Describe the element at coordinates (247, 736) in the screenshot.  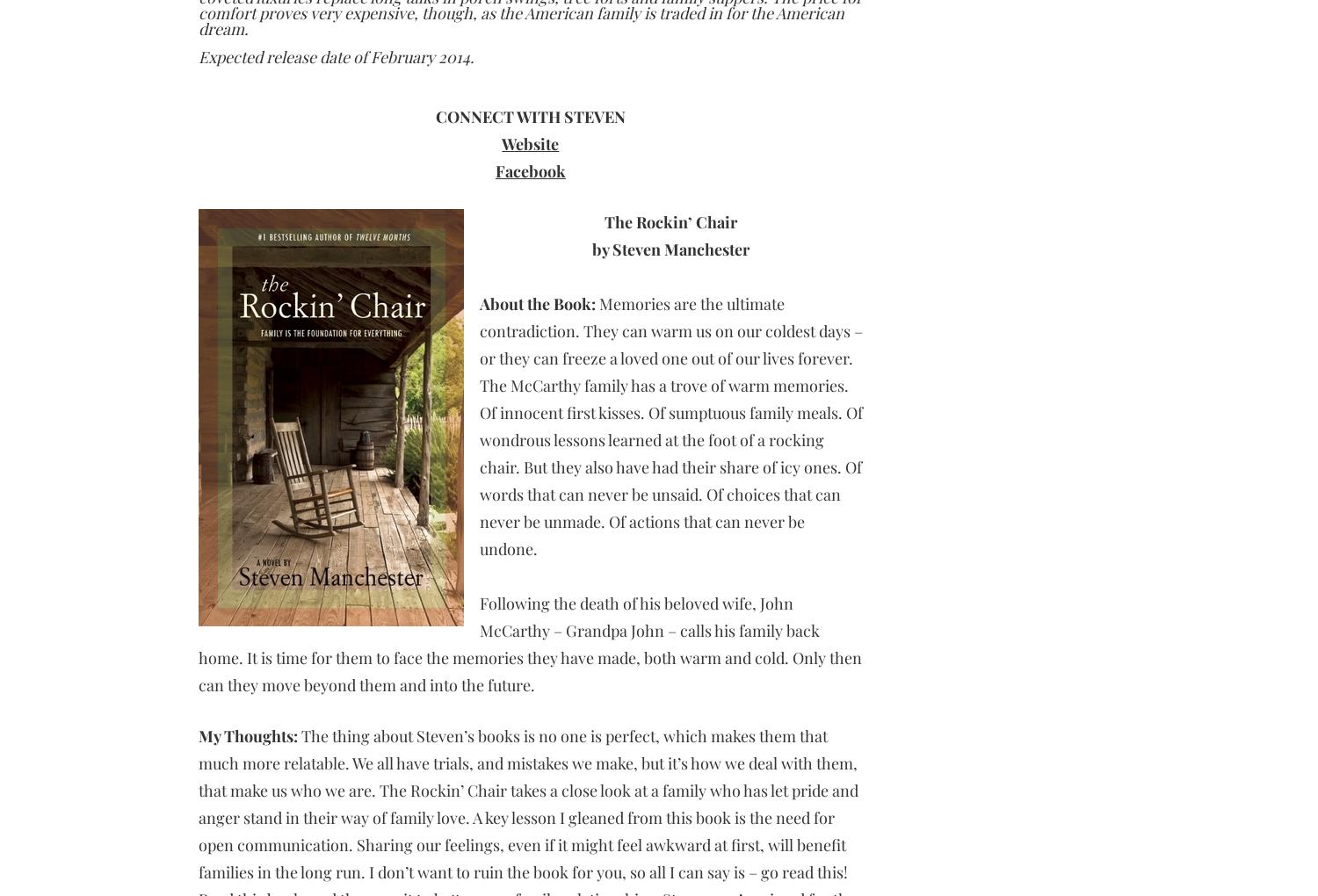
I see `'My Thoughts:'` at that location.